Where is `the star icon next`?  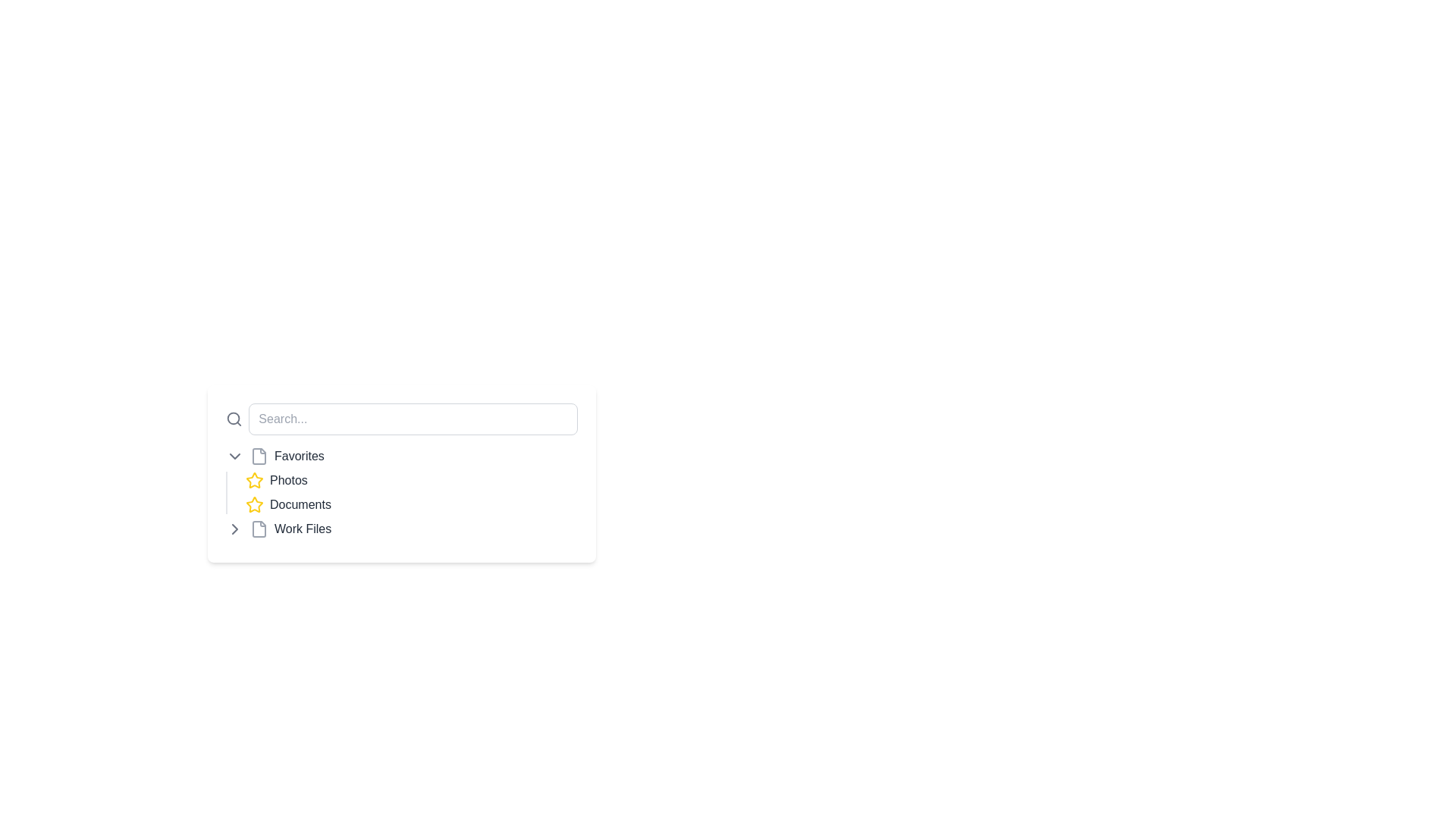
the star icon next is located at coordinates (255, 480).